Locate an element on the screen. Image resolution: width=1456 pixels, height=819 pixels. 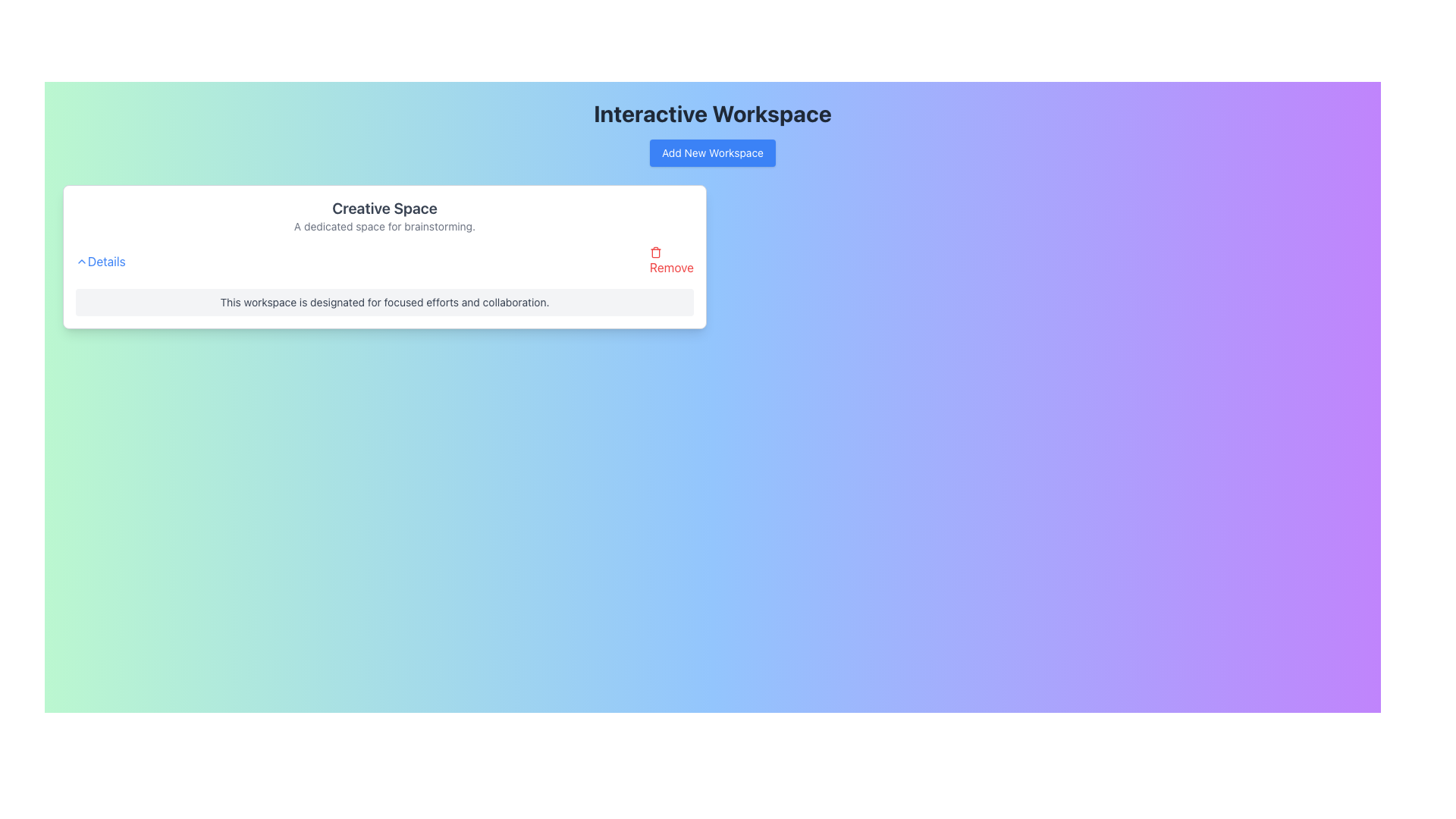
the Text Display element that serves as a header and brief description for the workspace feature, located at the upper part of the content card is located at coordinates (384, 216).